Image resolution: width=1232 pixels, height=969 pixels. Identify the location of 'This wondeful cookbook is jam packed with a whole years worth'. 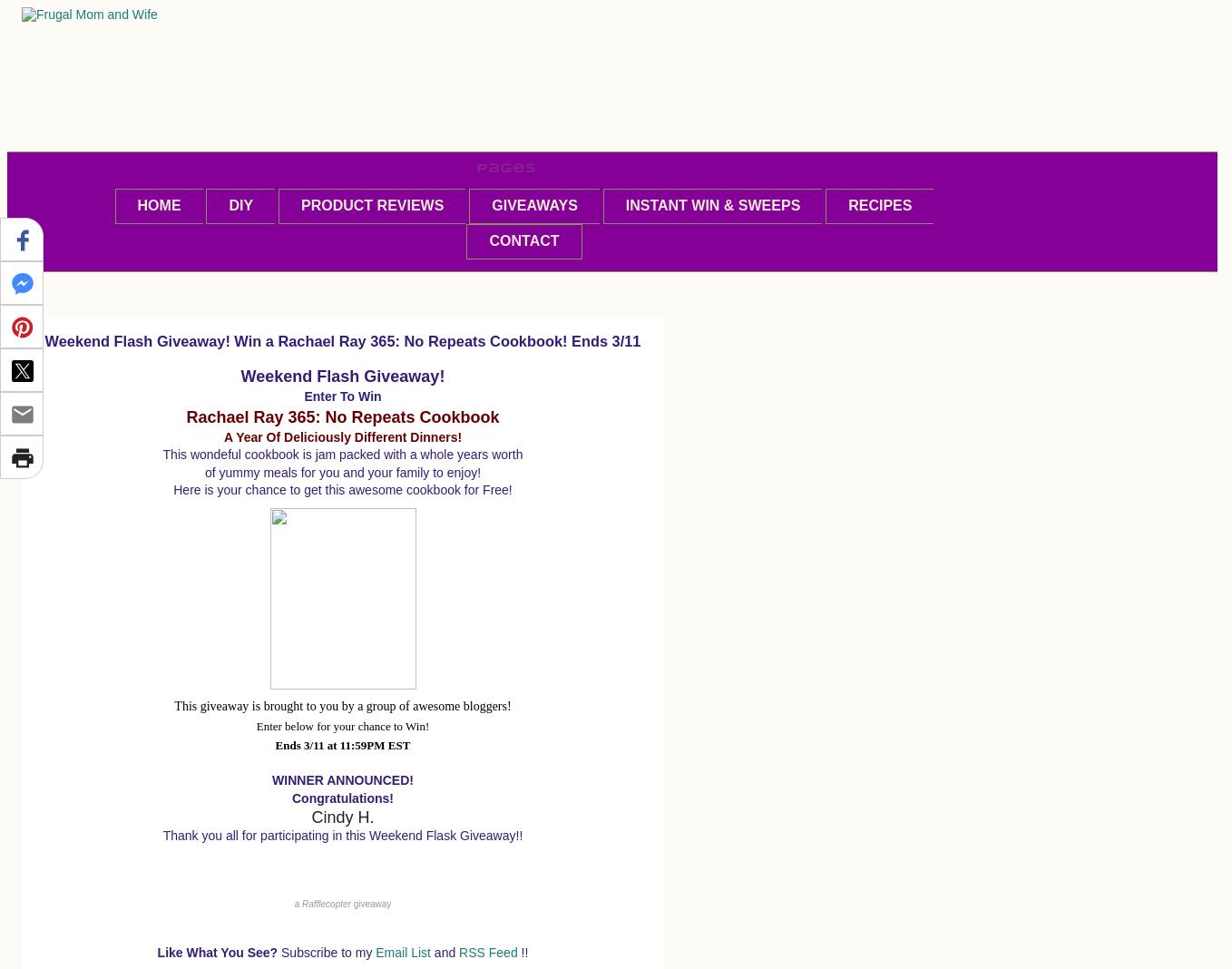
(342, 454).